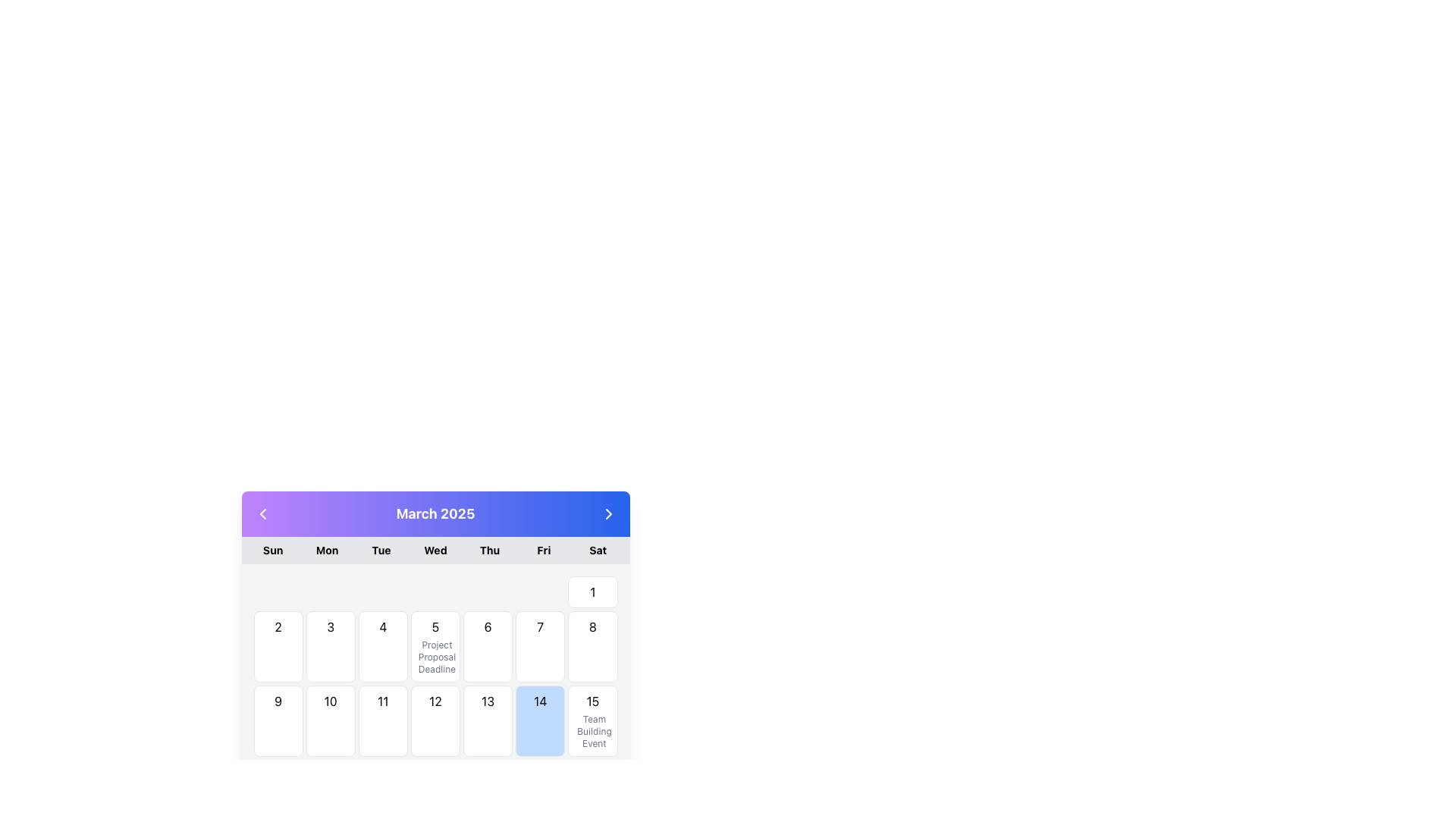  What do you see at coordinates (489, 550) in the screenshot?
I see `the Text element displaying 'Thu', which is styled in bold and indicates a day of the week in a calendar header` at bounding box center [489, 550].